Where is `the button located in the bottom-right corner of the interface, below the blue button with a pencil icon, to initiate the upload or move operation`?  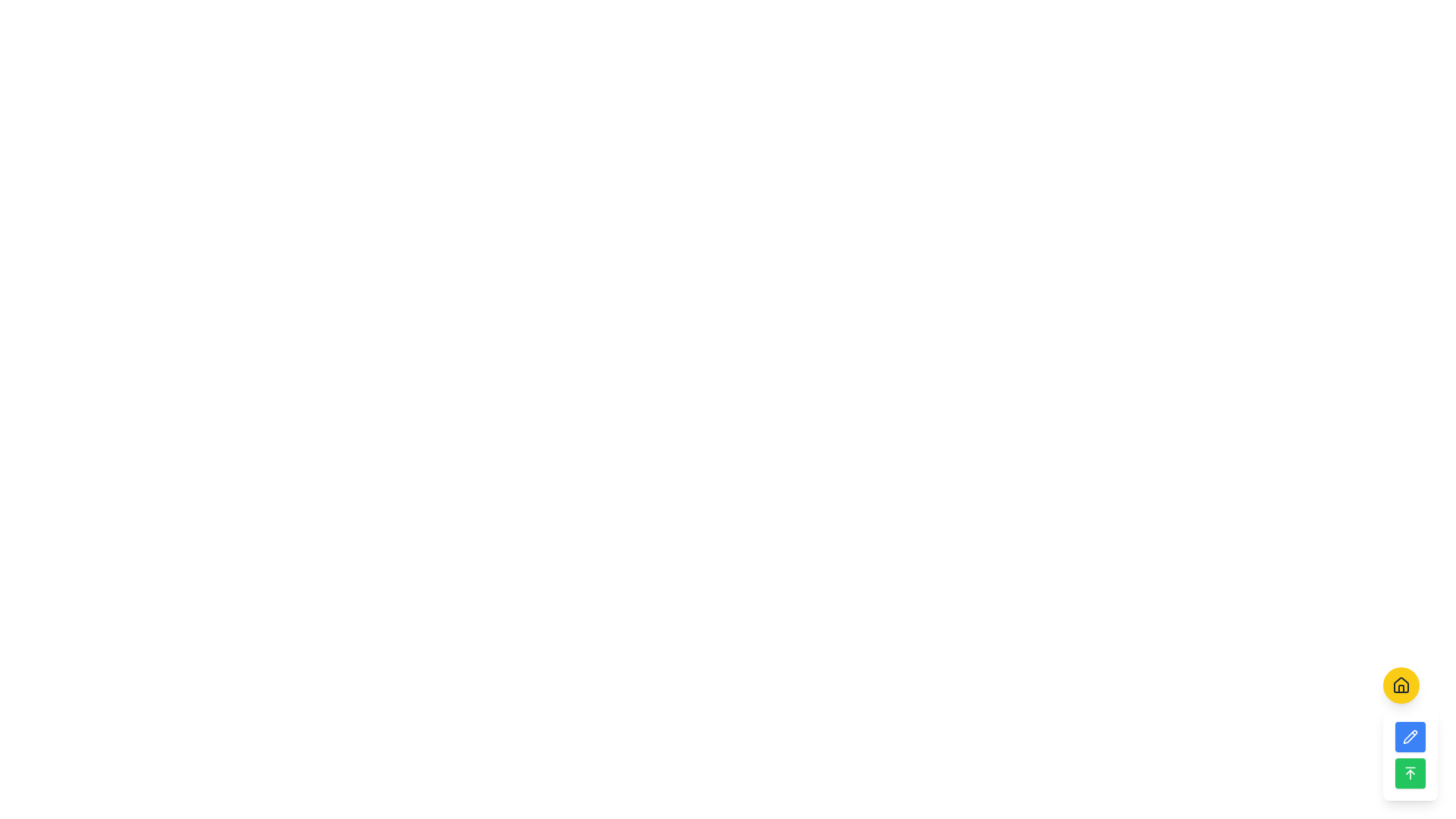 the button located in the bottom-right corner of the interface, below the blue button with a pencil icon, to initiate the upload or move operation is located at coordinates (1410, 773).